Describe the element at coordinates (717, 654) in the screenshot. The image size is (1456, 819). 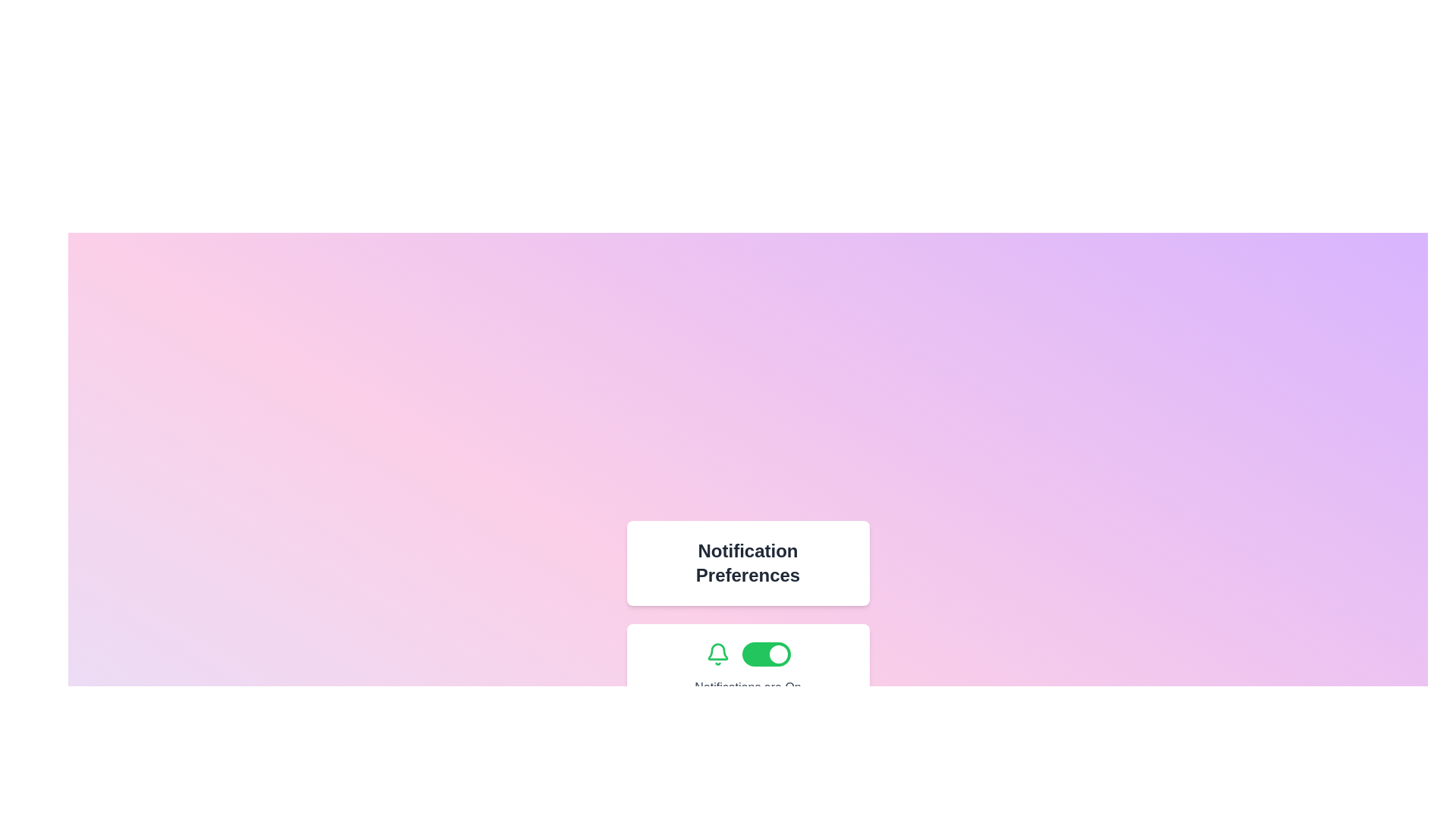
I see `the green bell icon, which is the leftmost item in a group of three items, resembling a notification symbol` at that location.